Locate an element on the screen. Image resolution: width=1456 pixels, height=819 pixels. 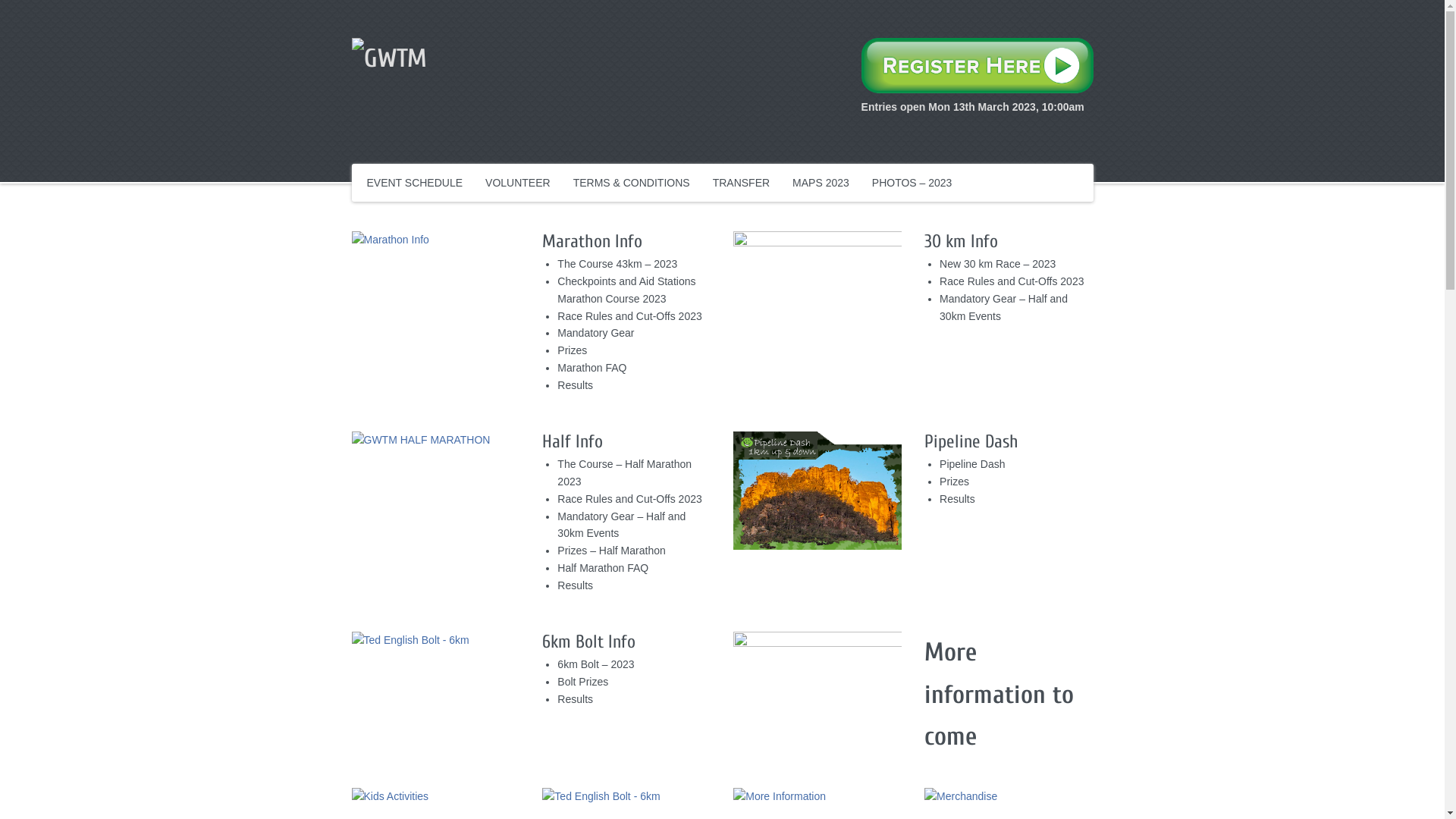
'TRANSFER' is located at coordinates (741, 181).